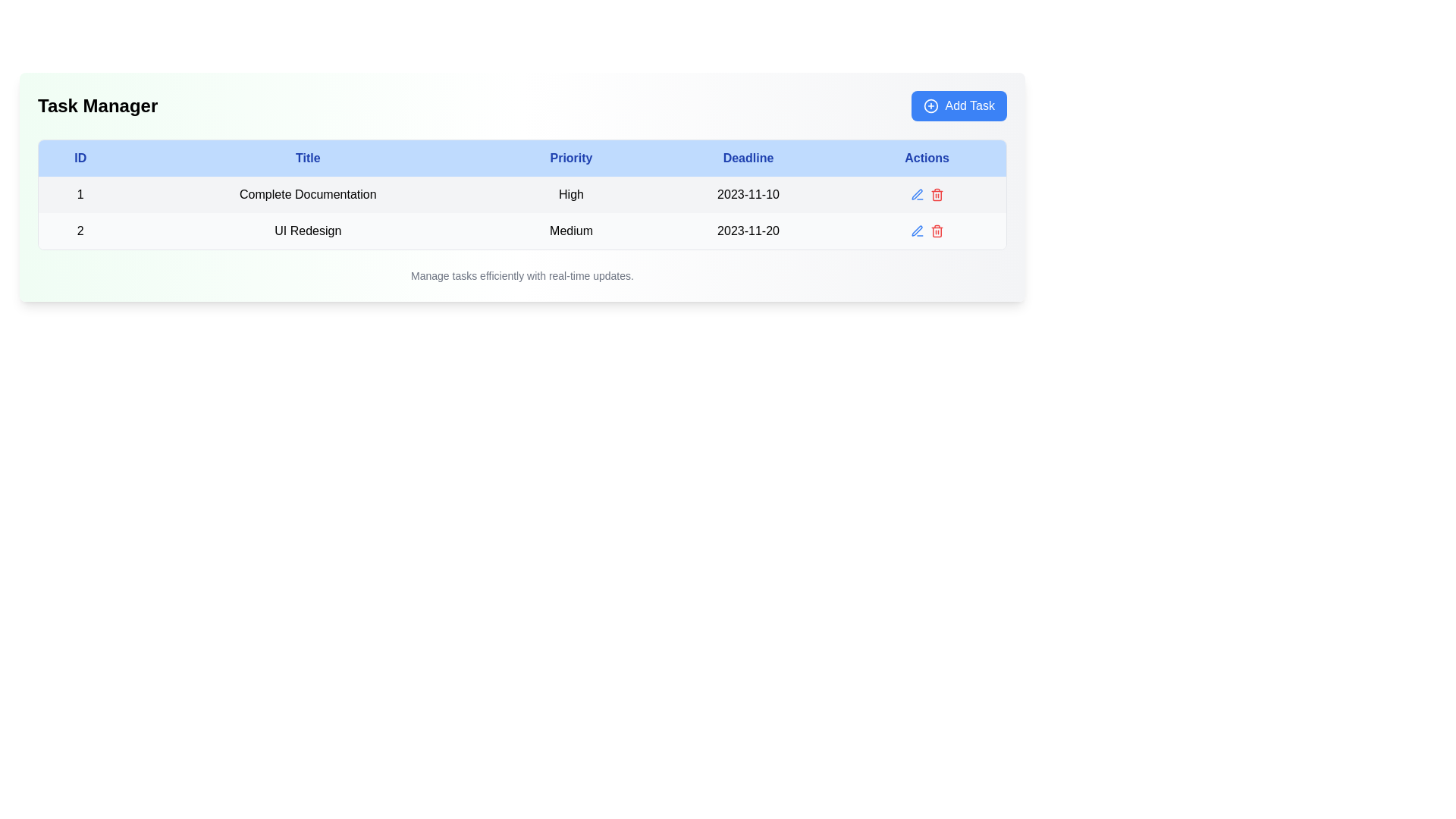 This screenshot has height=819, width=1456. I want to click on the 'High' text label in the 'Priority' column of the first row in the table, which signifies a high priority level, so click(570, 194).